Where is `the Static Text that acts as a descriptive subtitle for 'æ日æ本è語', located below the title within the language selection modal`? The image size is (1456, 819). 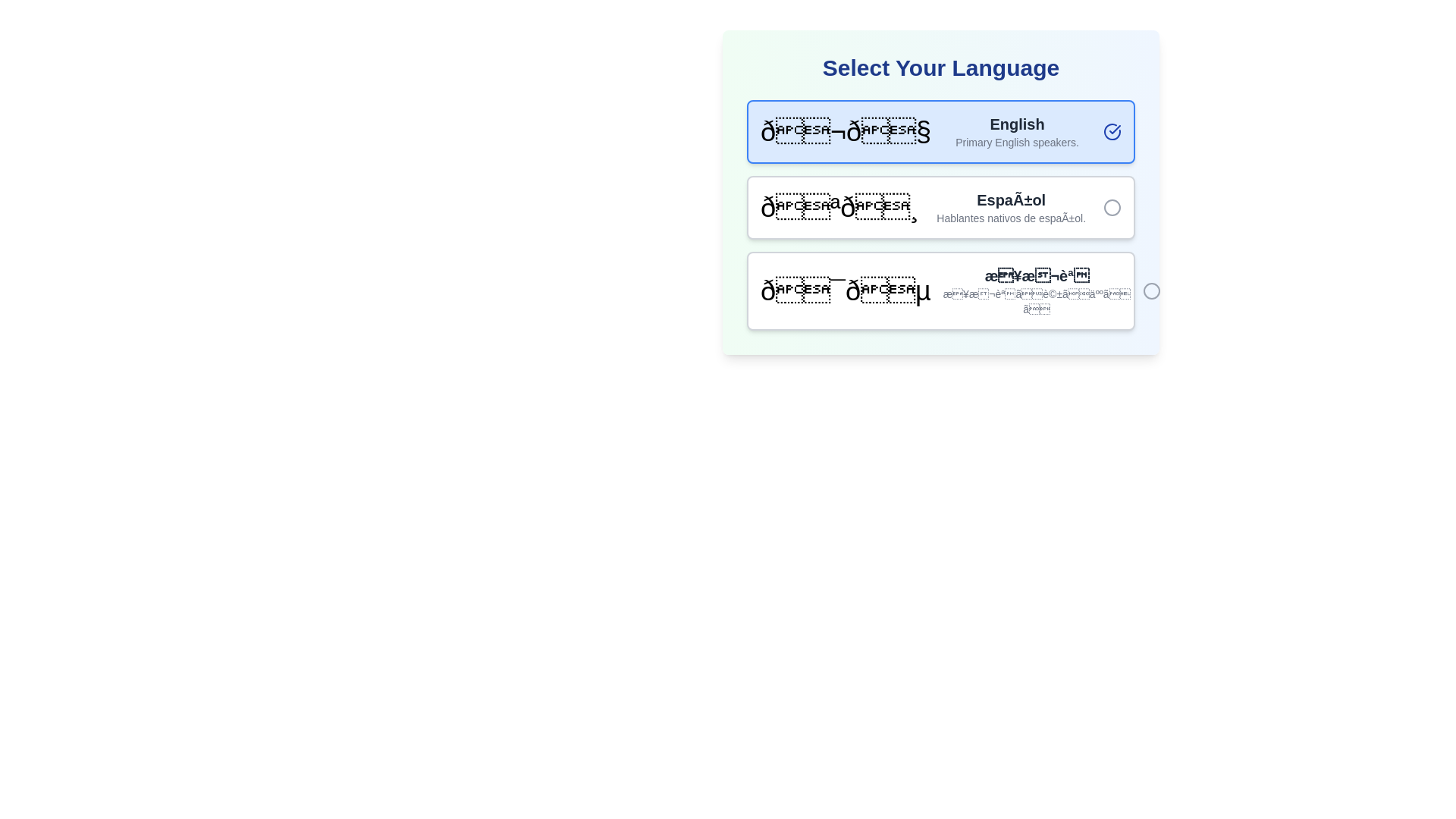
the Static Text that acts as a descriptive subtitle for 'æ日æ本è語', located below the title within the language selection modal is located at coordinates (1036, 301).